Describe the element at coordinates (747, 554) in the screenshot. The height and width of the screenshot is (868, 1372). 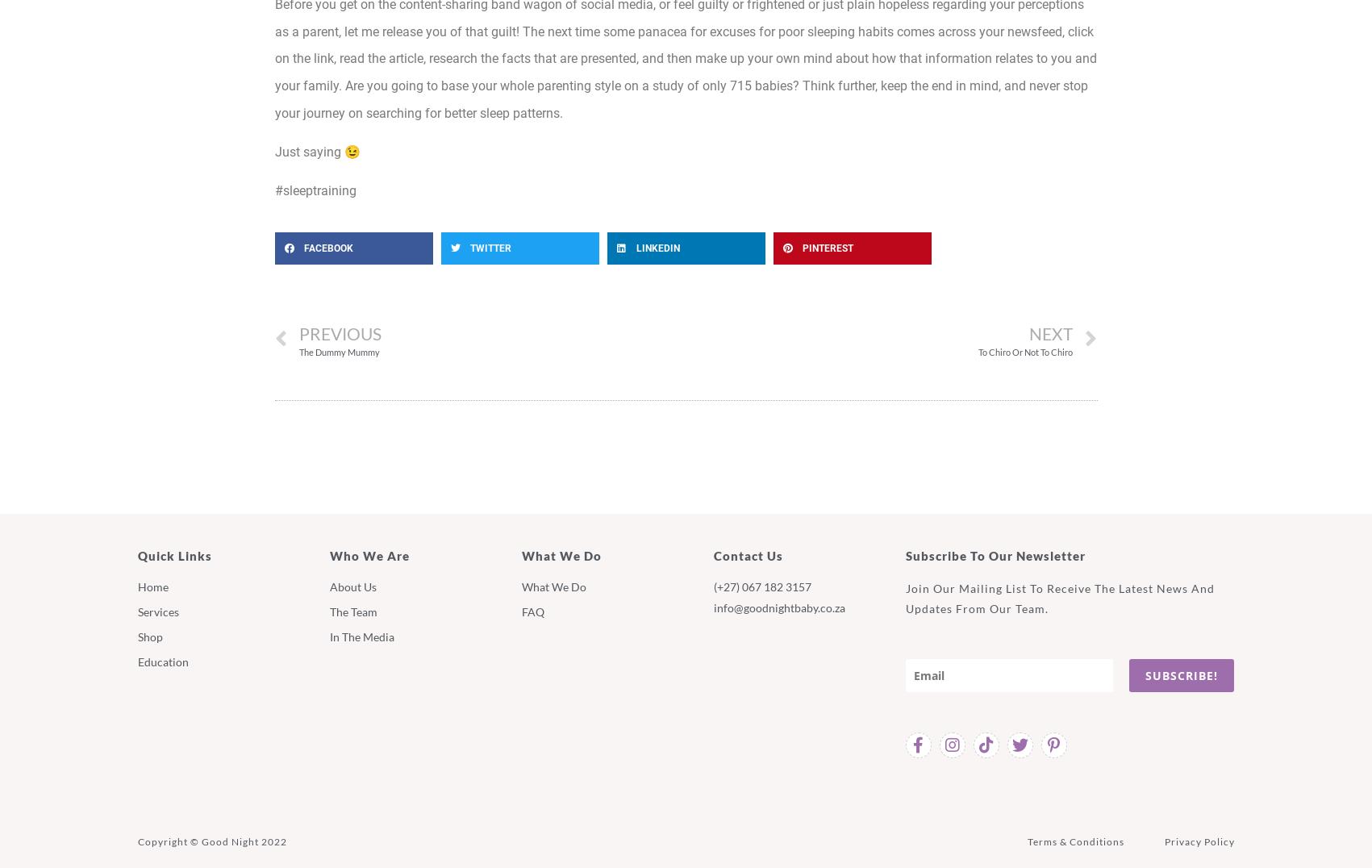
I see `'Contact Us'` at that location.